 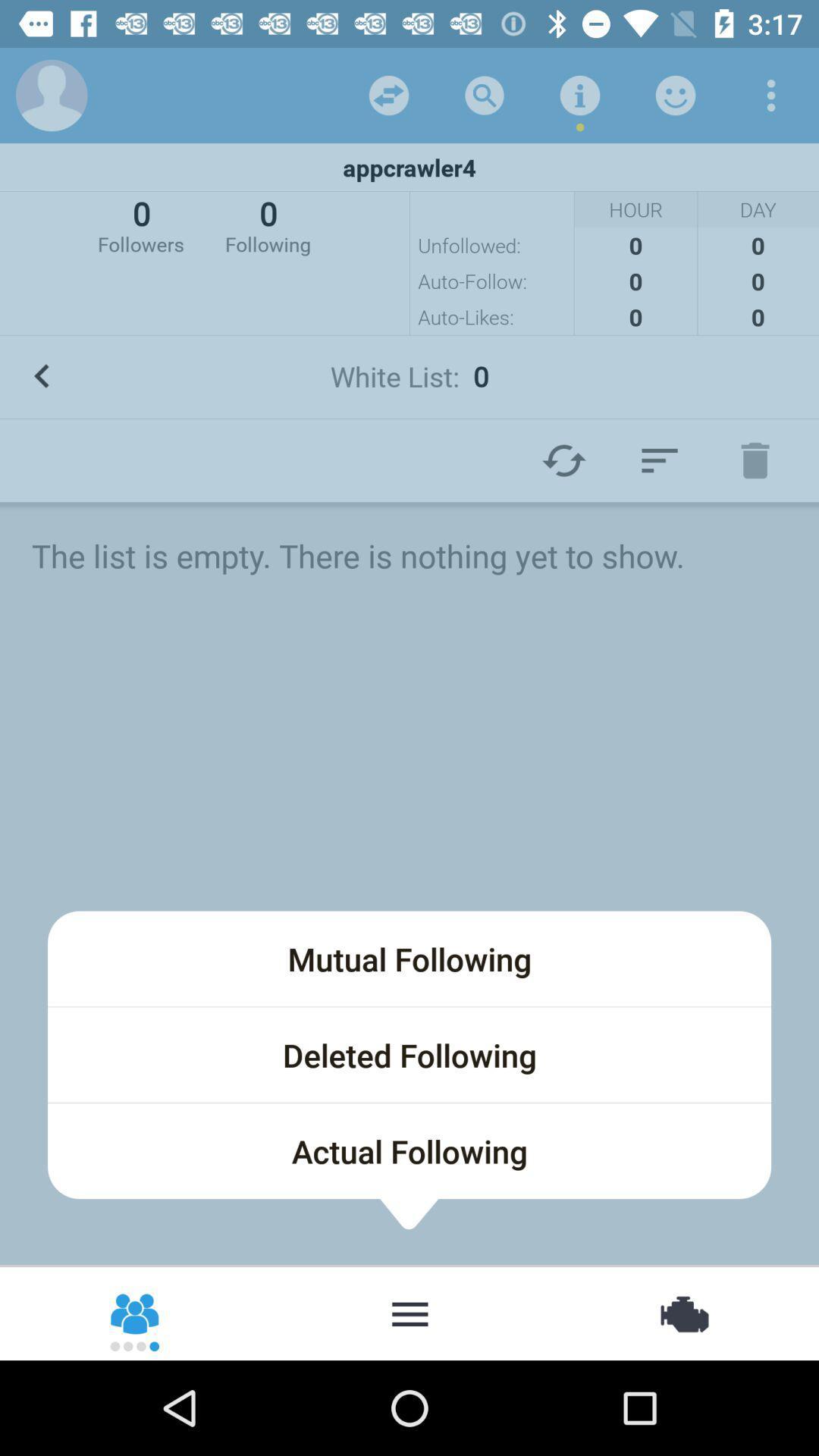 I want to click on your profile, so click(x=51, y=94).